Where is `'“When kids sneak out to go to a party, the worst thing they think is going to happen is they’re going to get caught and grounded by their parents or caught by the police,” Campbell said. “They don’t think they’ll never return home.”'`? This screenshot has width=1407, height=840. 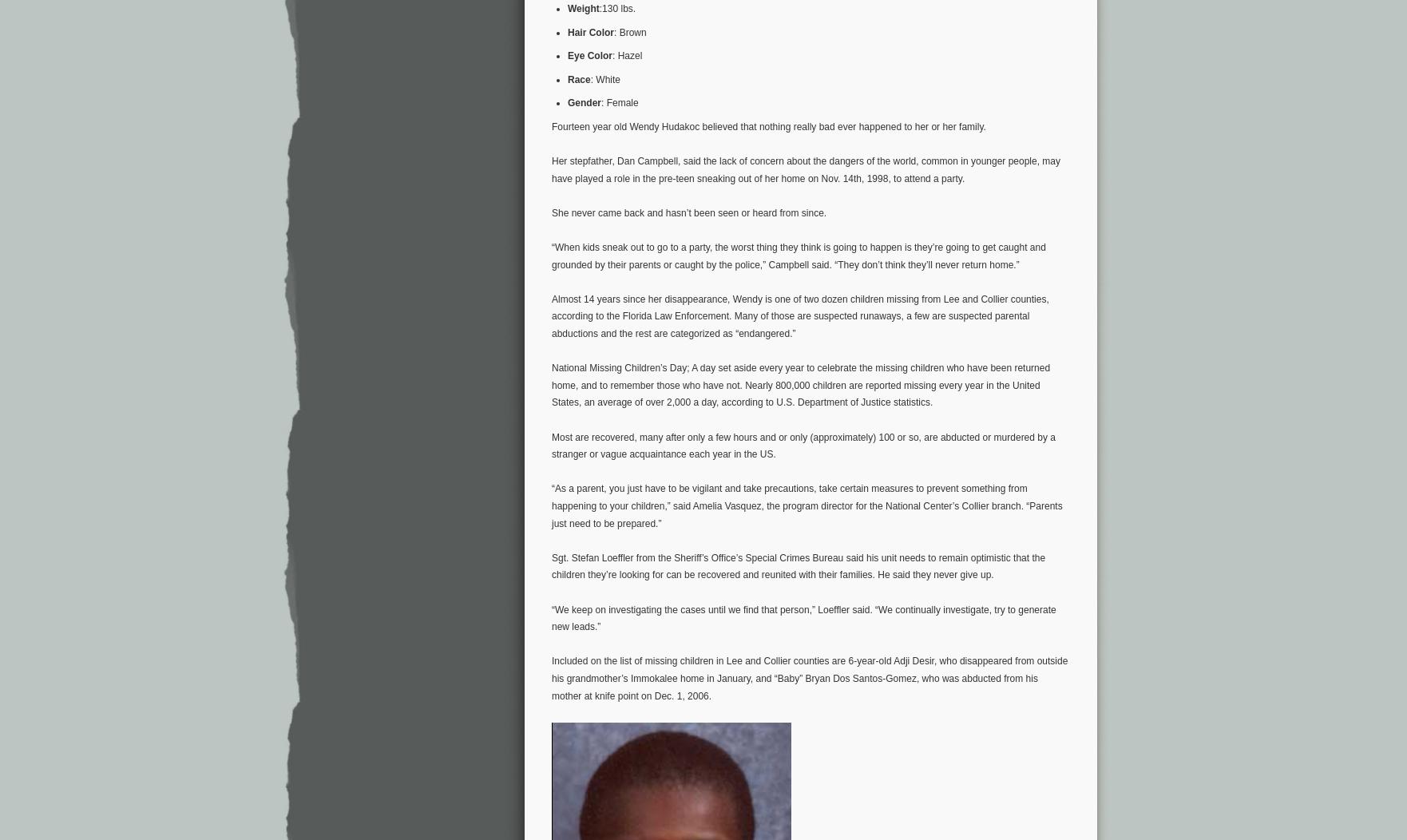 '“When kids sneak out to go to a party, the worst thing they think is going to happen is they’re going to get caught and grounded by their parents or caught by the police,” Campbell said. “They don’t think they’ll never return home.”' is located at coordinates (798, 255).